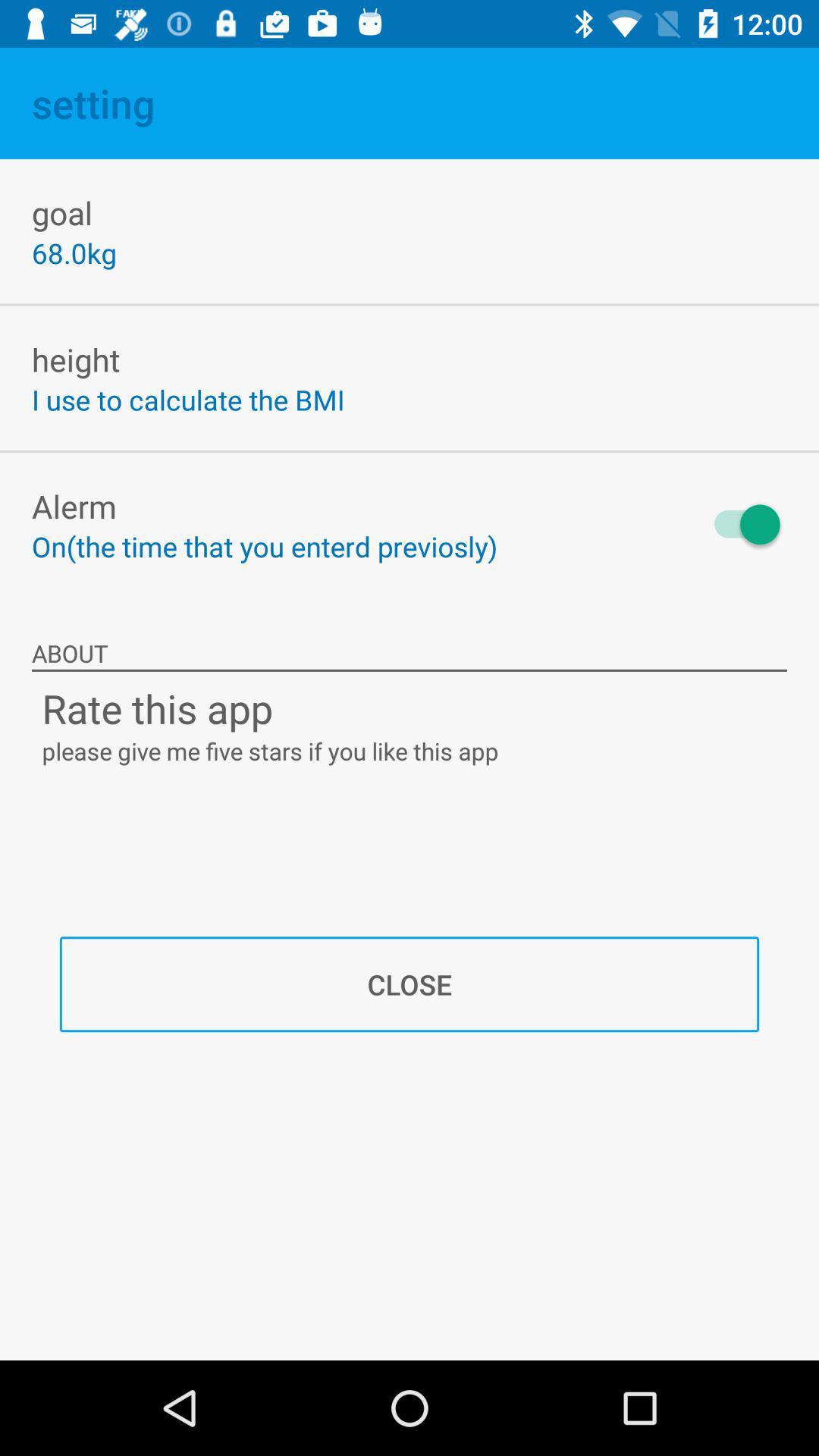  What do you see at coordinates (409, 984) in the screenshot?
I see `close item` at bounding box center [409, 984].